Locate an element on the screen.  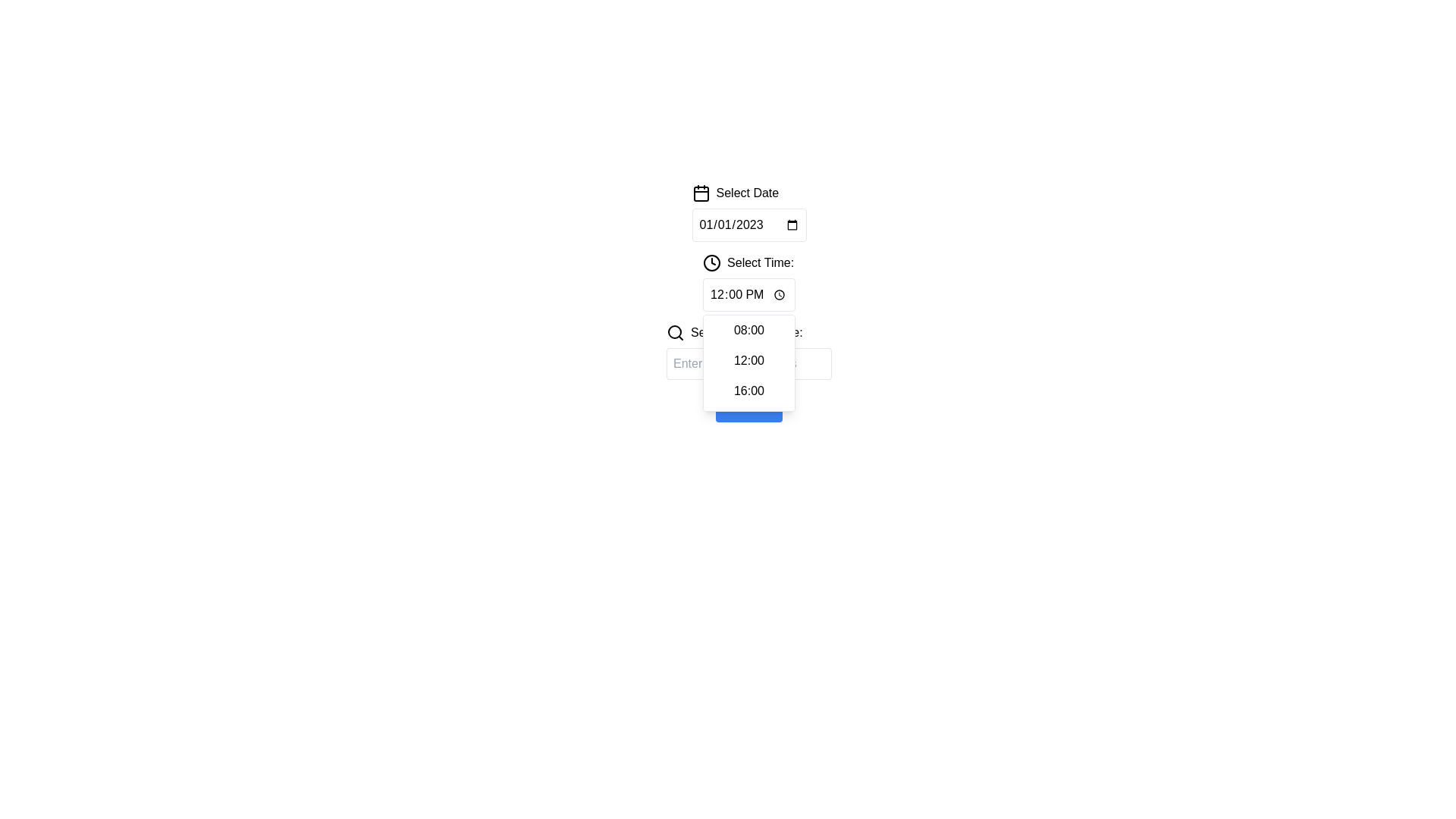
the magnifying glass icon representing the search function, located to the immediate left of the 'Search Date & Time:' text is located at coordinates (675, 332).